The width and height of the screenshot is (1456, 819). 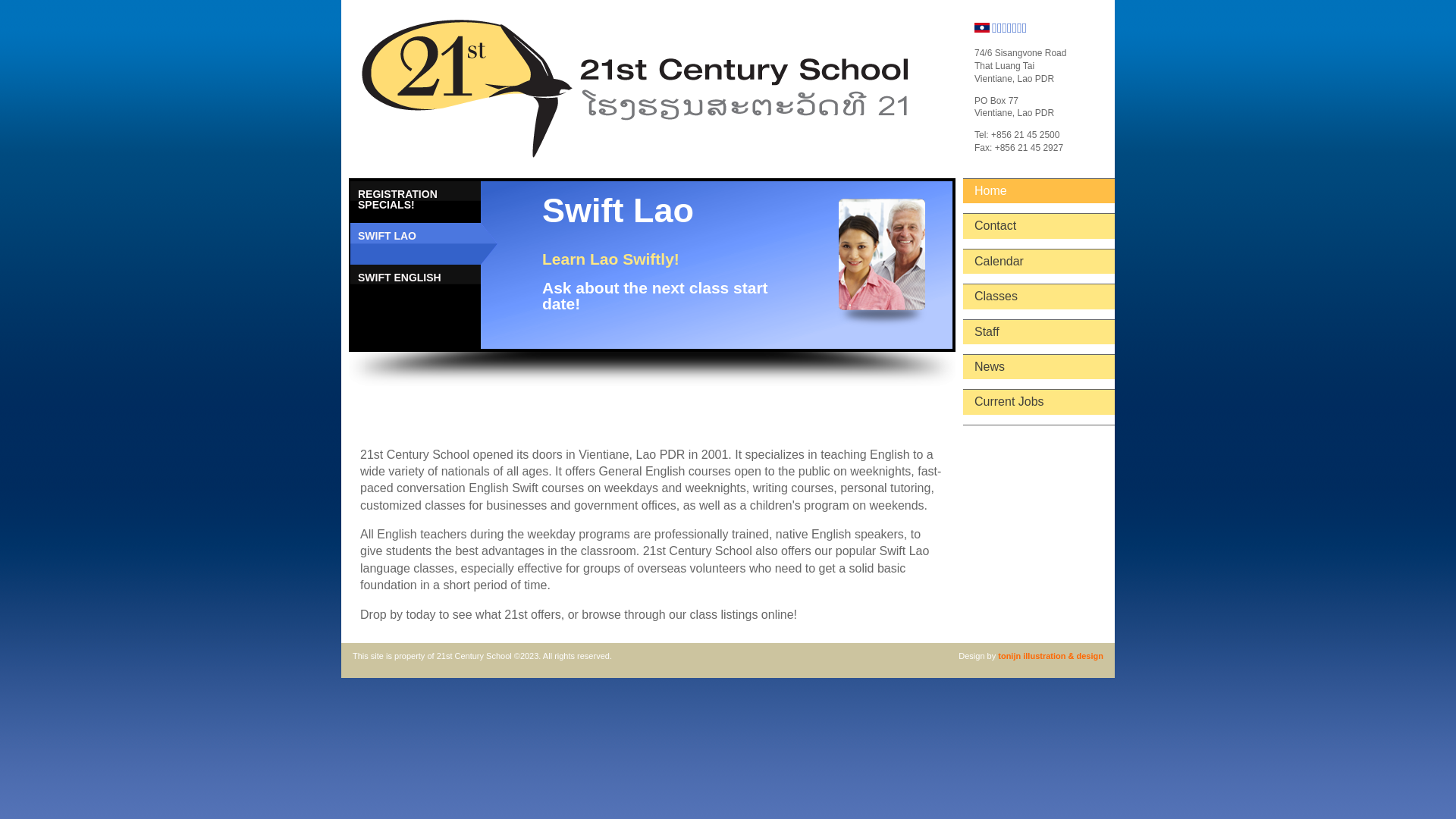 I want to click on 'Home', so click(x=1037, y=190).